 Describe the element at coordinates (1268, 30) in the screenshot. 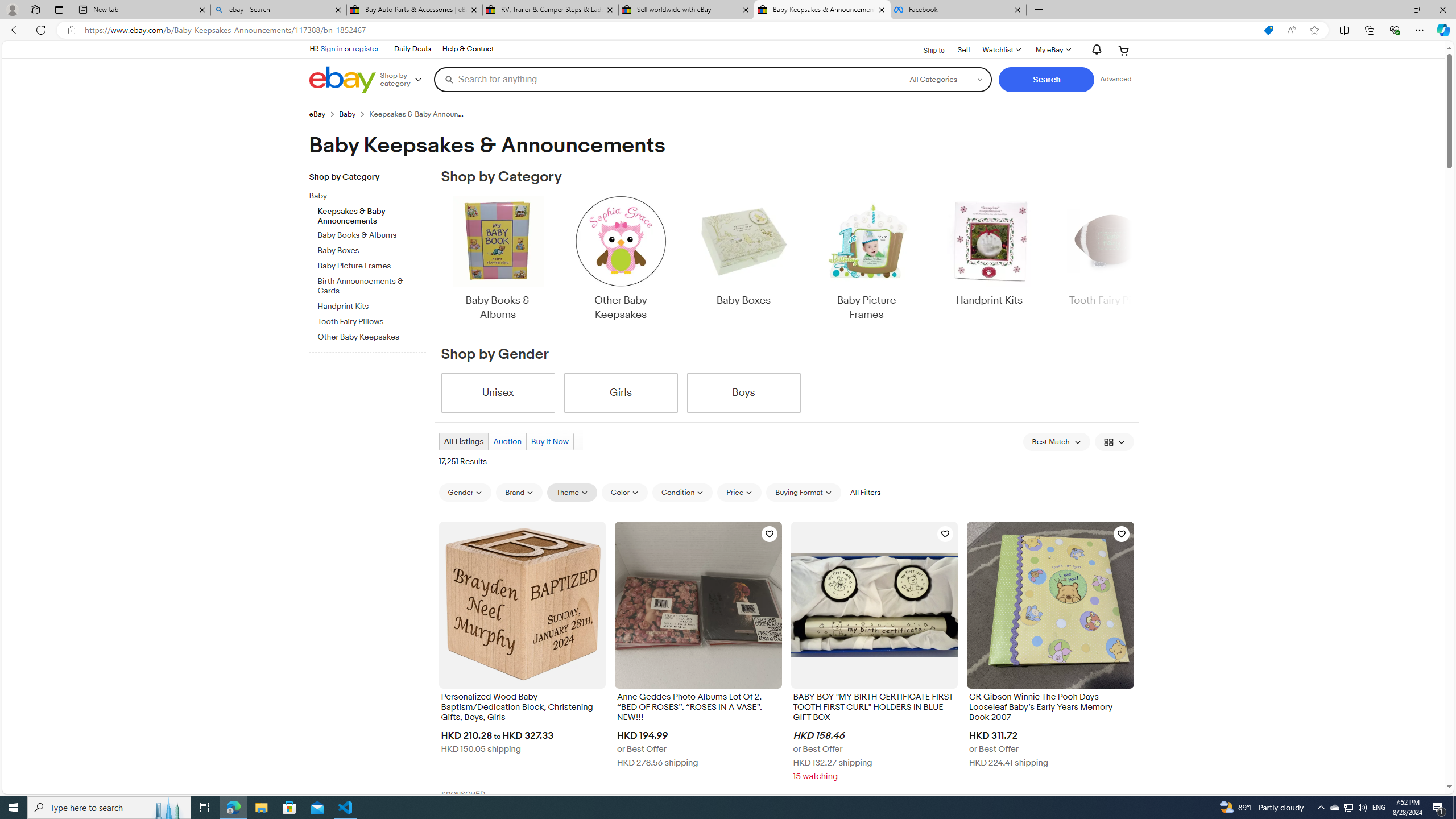

I see `'This site has coupons! Shopping in Microsoft Edge'` at that location.